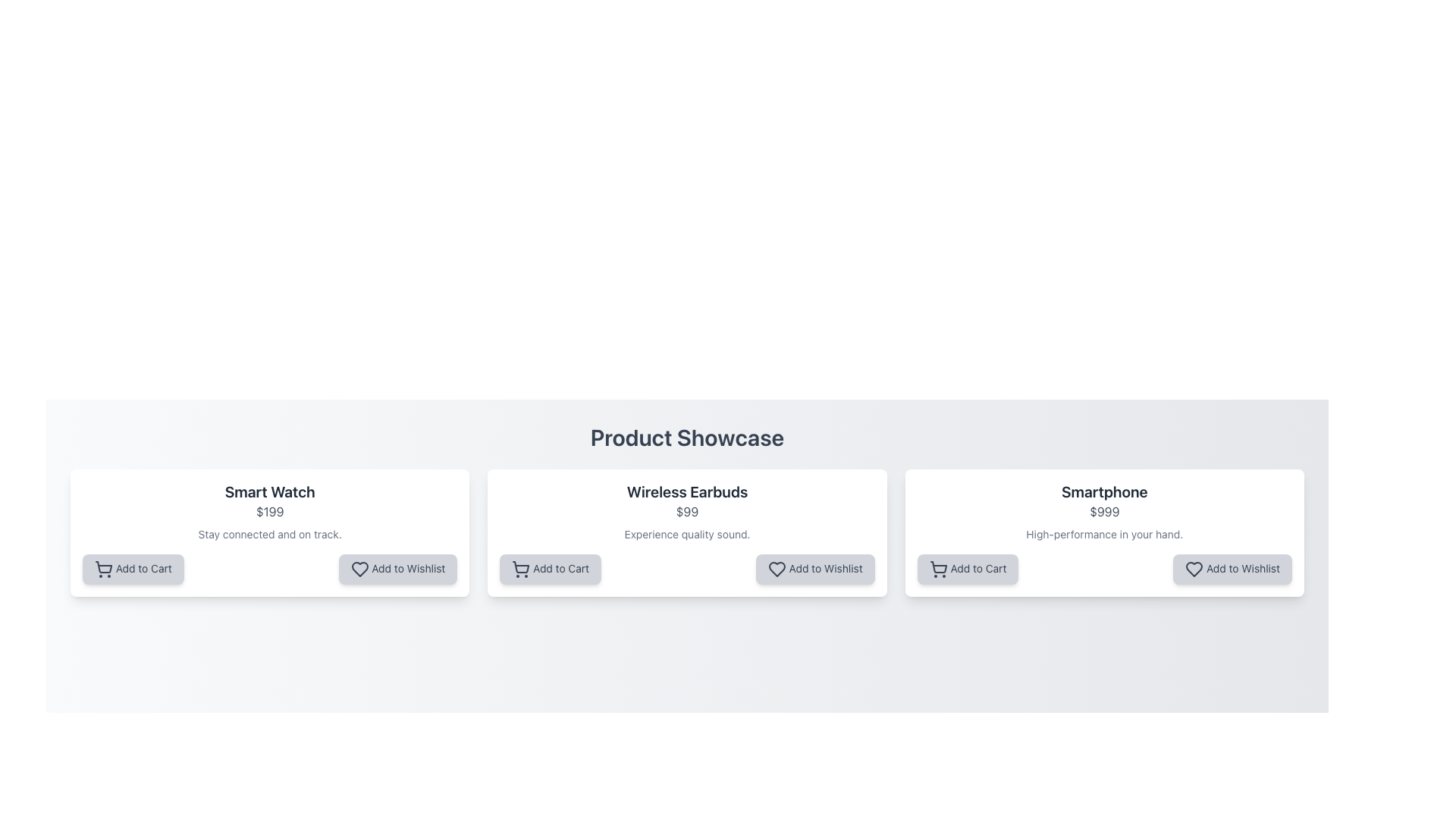 The height and width of the screenshot is (819, 1456). What do you see at coordinates (686, 438) in the screenshot?
I see `the centered heading text 'Product Showcase'` at bounding box center [686, 438].